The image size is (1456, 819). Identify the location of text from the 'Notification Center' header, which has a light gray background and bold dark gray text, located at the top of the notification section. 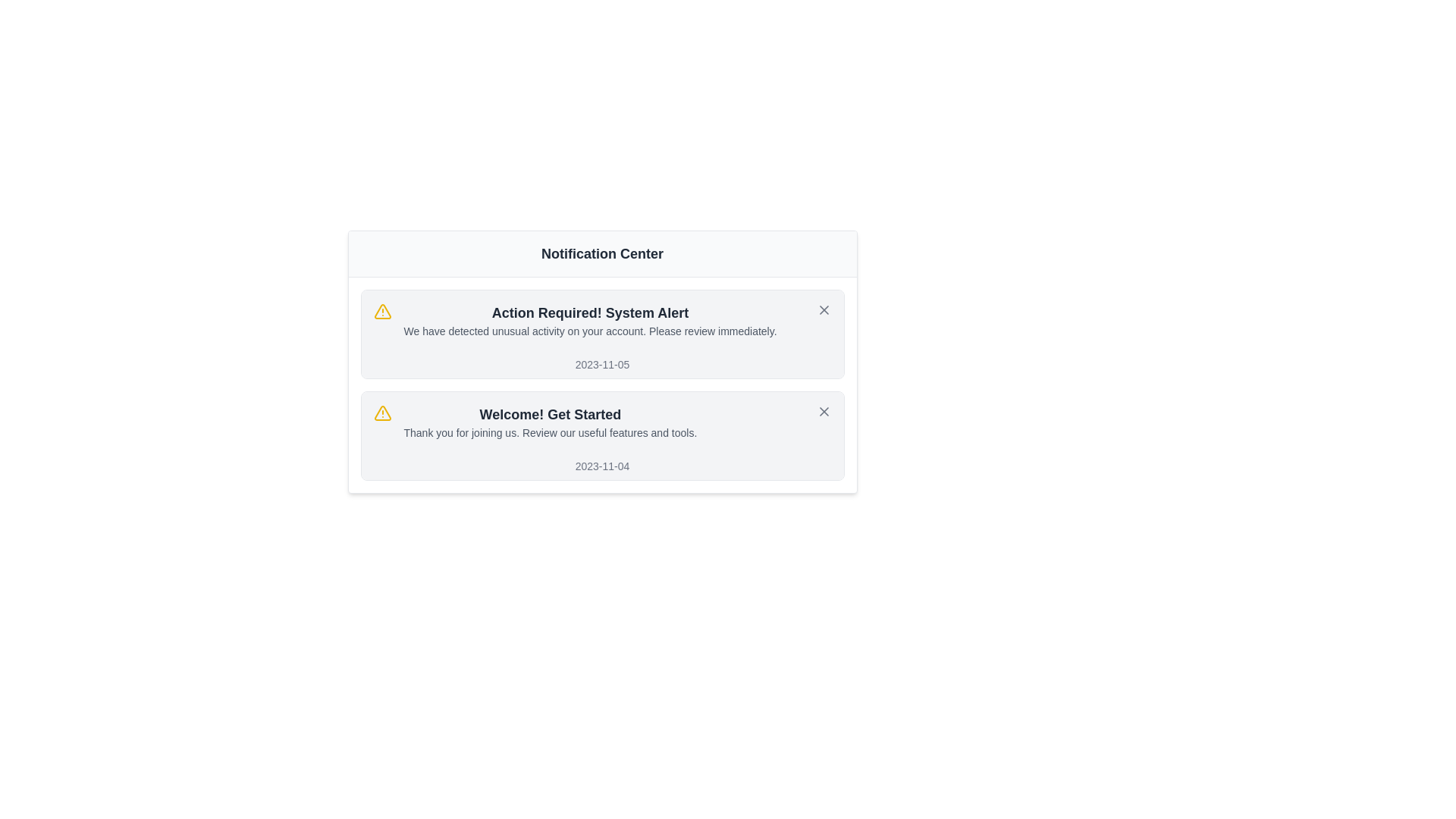
(601, 253).